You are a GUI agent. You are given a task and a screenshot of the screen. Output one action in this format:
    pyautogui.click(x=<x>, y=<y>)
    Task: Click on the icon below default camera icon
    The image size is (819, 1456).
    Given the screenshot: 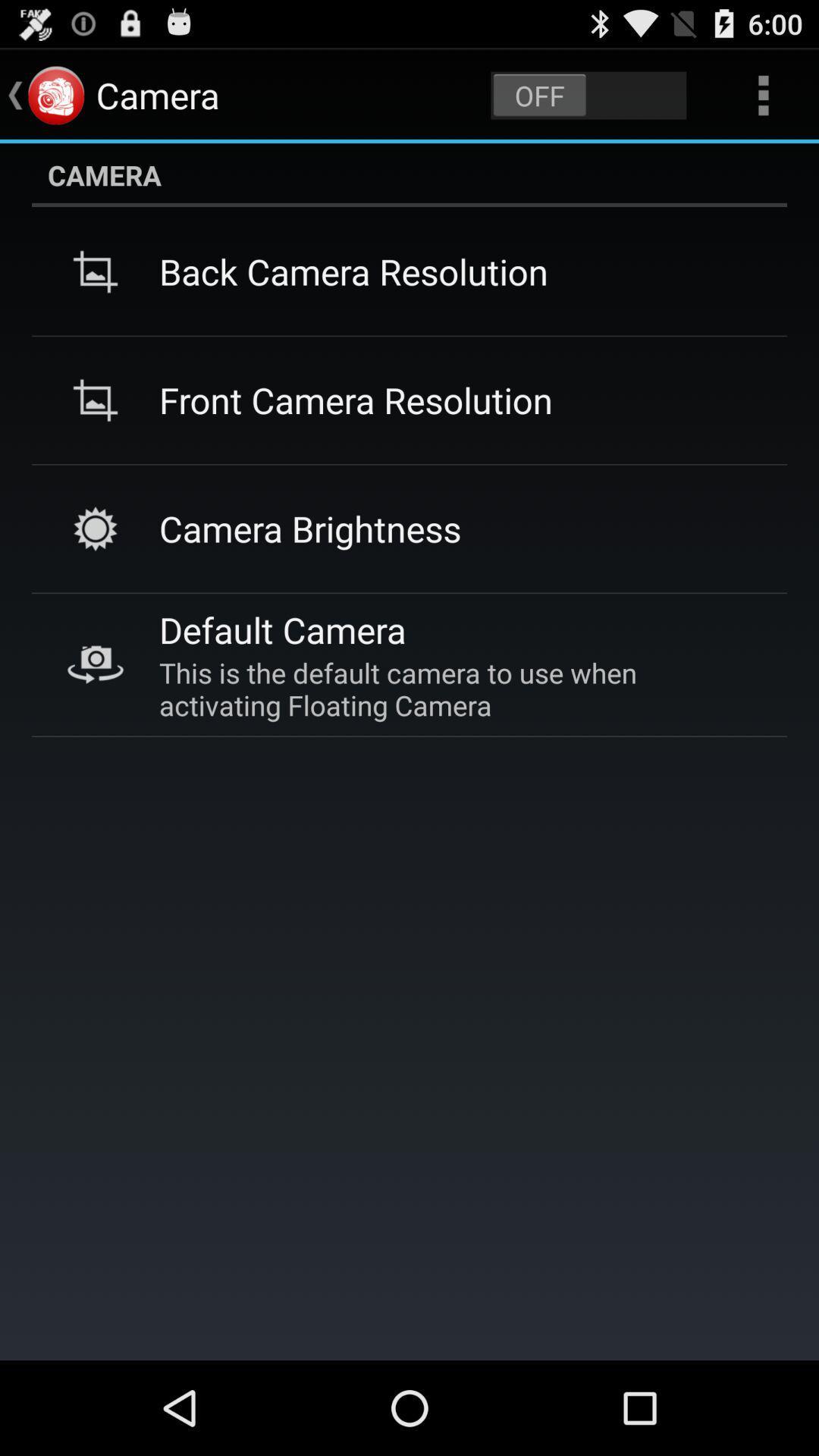 What is the action you would take?
    pyautogui.click(x=454, y=688)
    